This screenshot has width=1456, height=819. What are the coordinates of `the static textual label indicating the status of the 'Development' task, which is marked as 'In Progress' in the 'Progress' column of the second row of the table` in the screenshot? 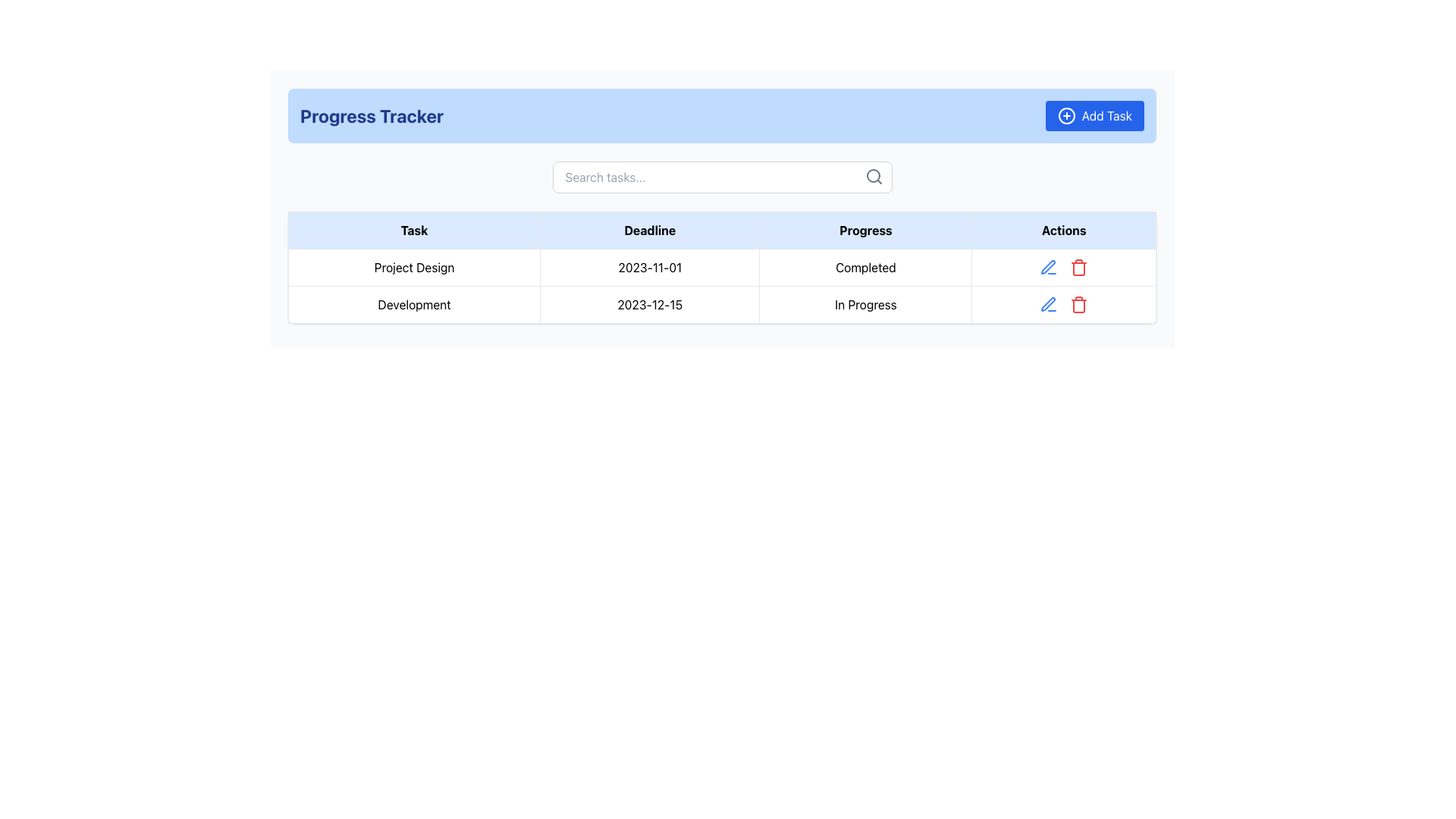 It's located at (866, 304).